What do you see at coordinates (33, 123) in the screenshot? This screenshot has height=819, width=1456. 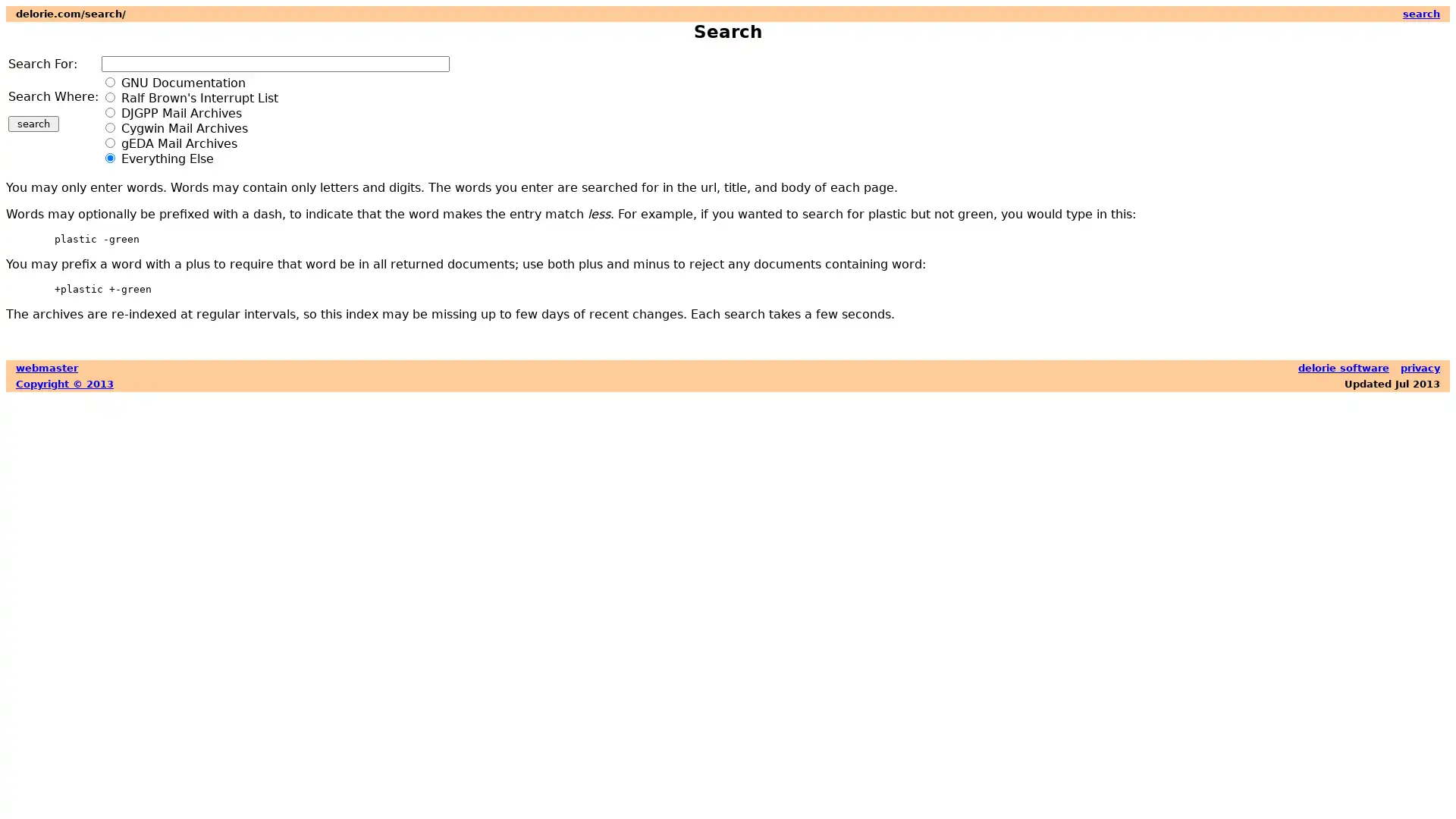 I see `search` at bounding box center [33, 123].